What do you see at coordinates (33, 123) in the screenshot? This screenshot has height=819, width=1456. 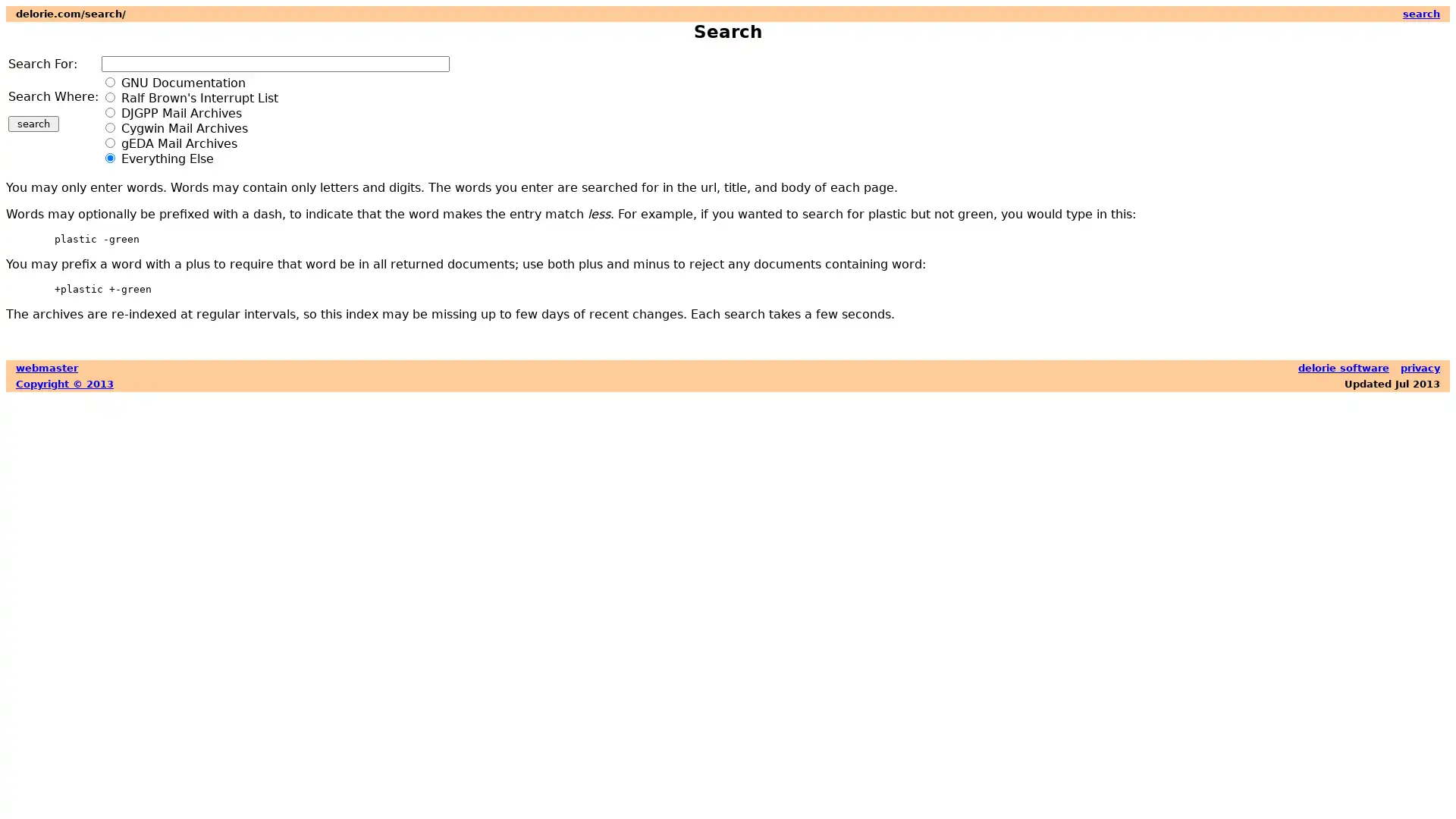 I see `search` at bounding box center [33, 123].